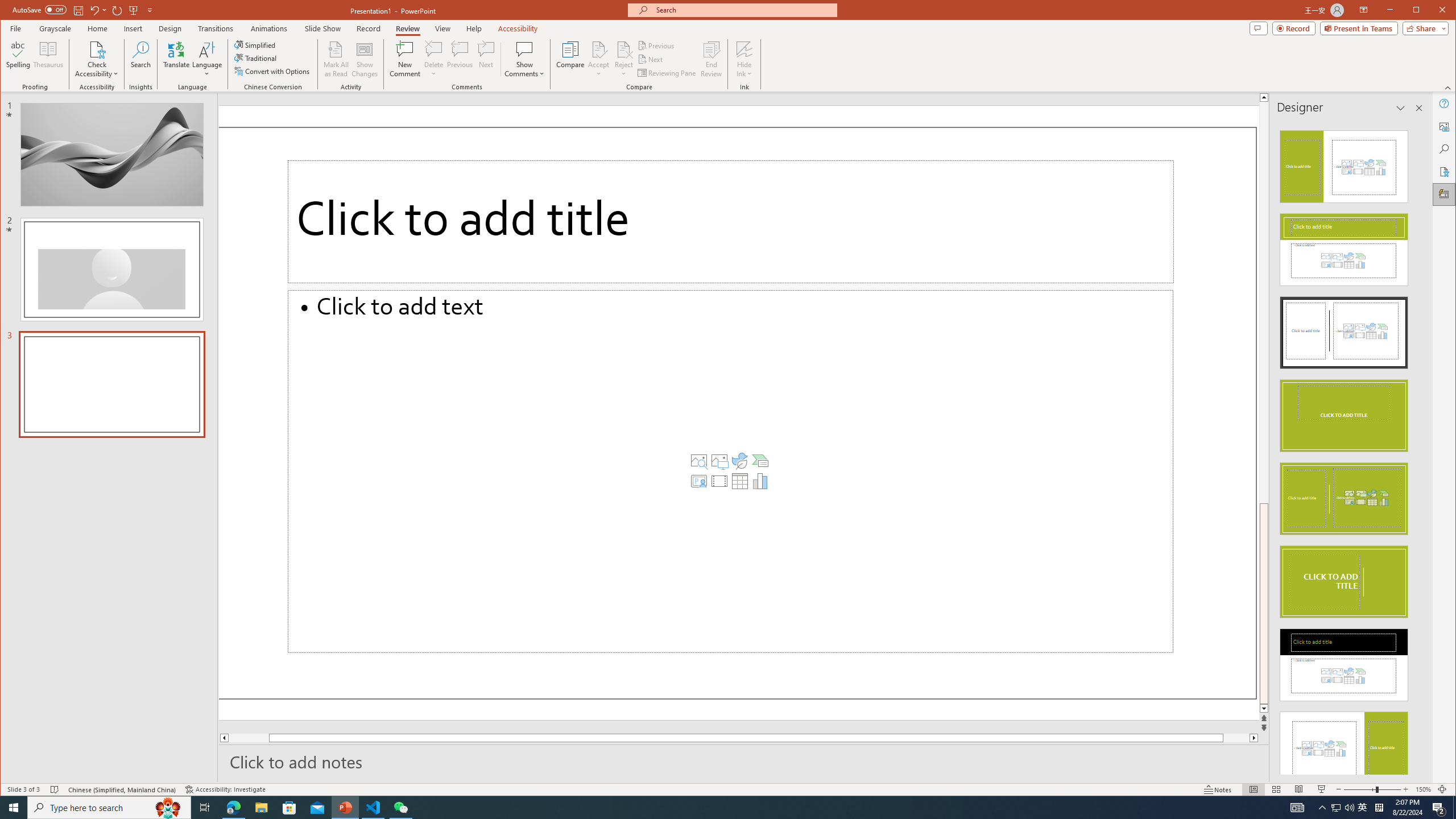  I want to click on 'Mark All as Read', so click(336, 59).